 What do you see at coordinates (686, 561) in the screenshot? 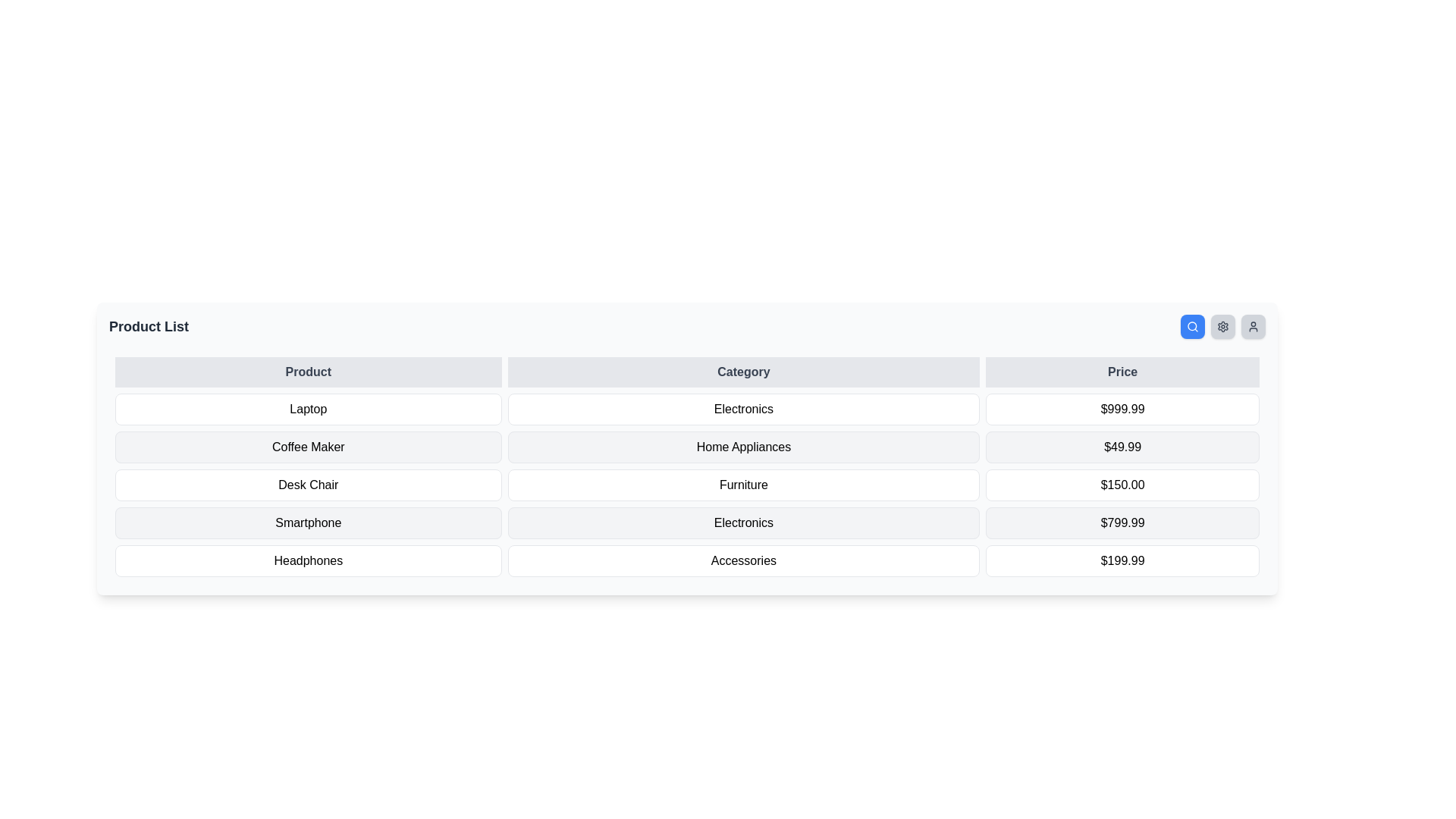
I see `the last row` at bounding box center [686, 561].